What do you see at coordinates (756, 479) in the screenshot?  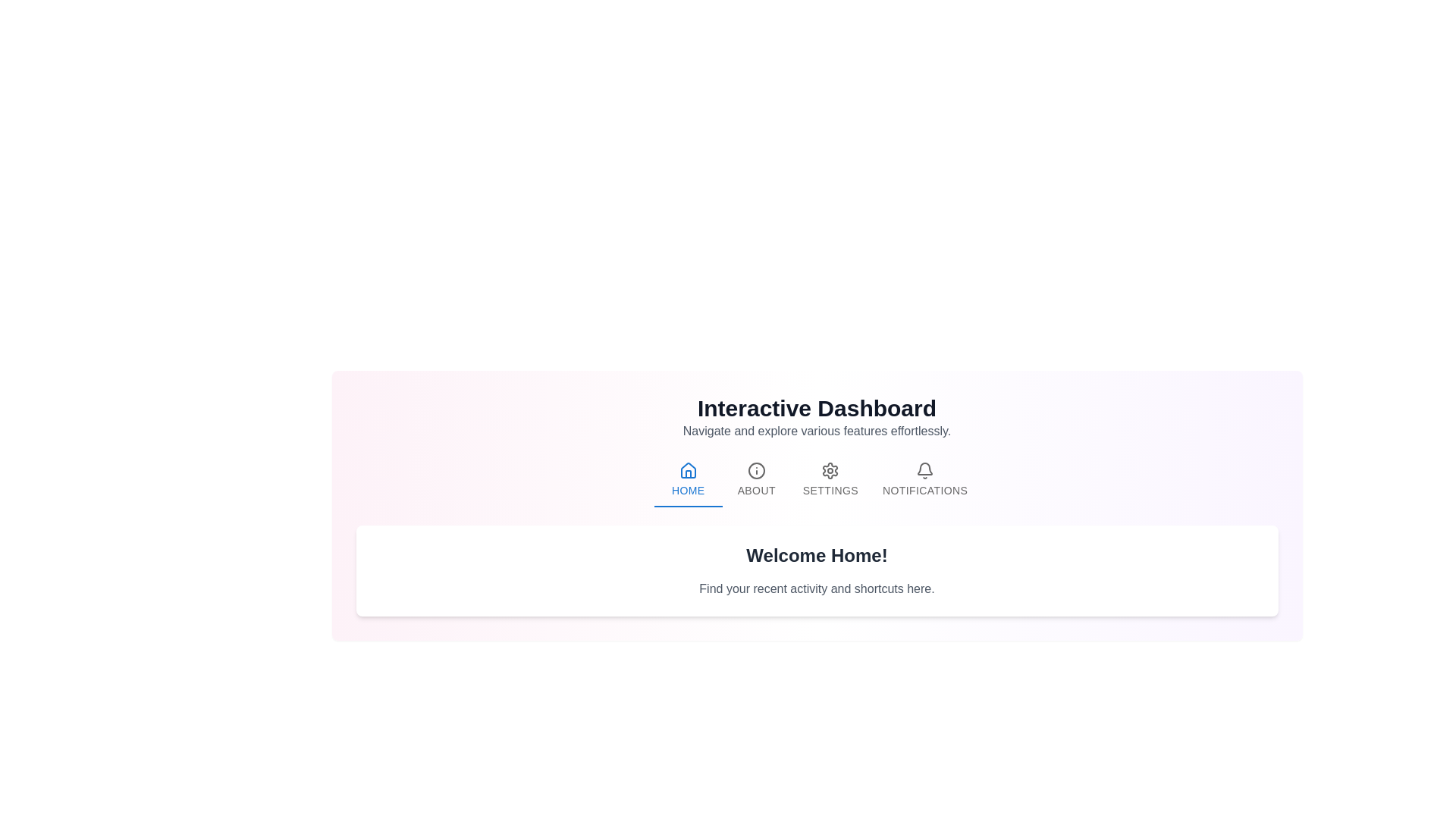 I see `the 'About' tab in the navigation bar, which features an information icon and bold text` at bounding box center [756, 479].